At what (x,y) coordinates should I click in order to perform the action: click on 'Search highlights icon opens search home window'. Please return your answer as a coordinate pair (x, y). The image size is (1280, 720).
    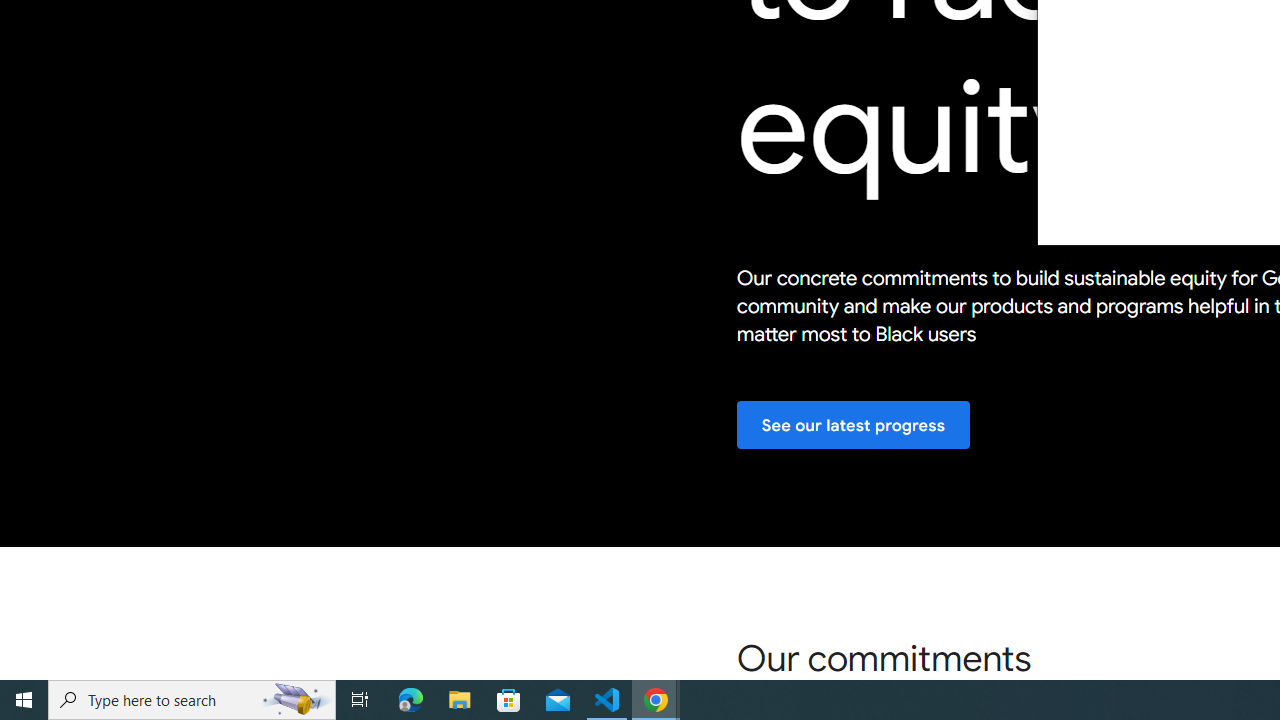
    Looking at the image, I should click on (294, 698).